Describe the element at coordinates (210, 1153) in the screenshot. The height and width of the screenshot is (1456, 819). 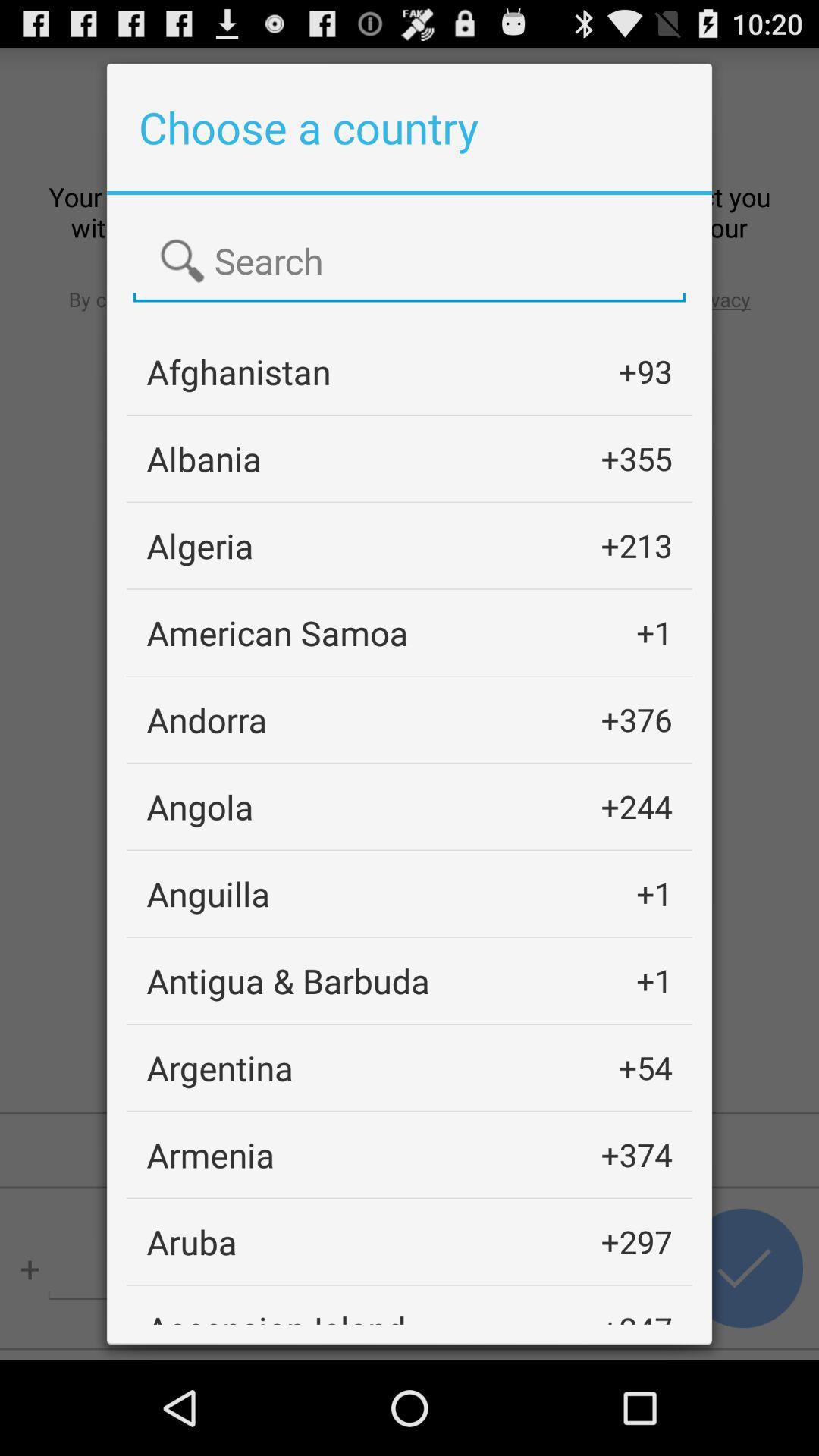
I see `the armenia item` at that location.